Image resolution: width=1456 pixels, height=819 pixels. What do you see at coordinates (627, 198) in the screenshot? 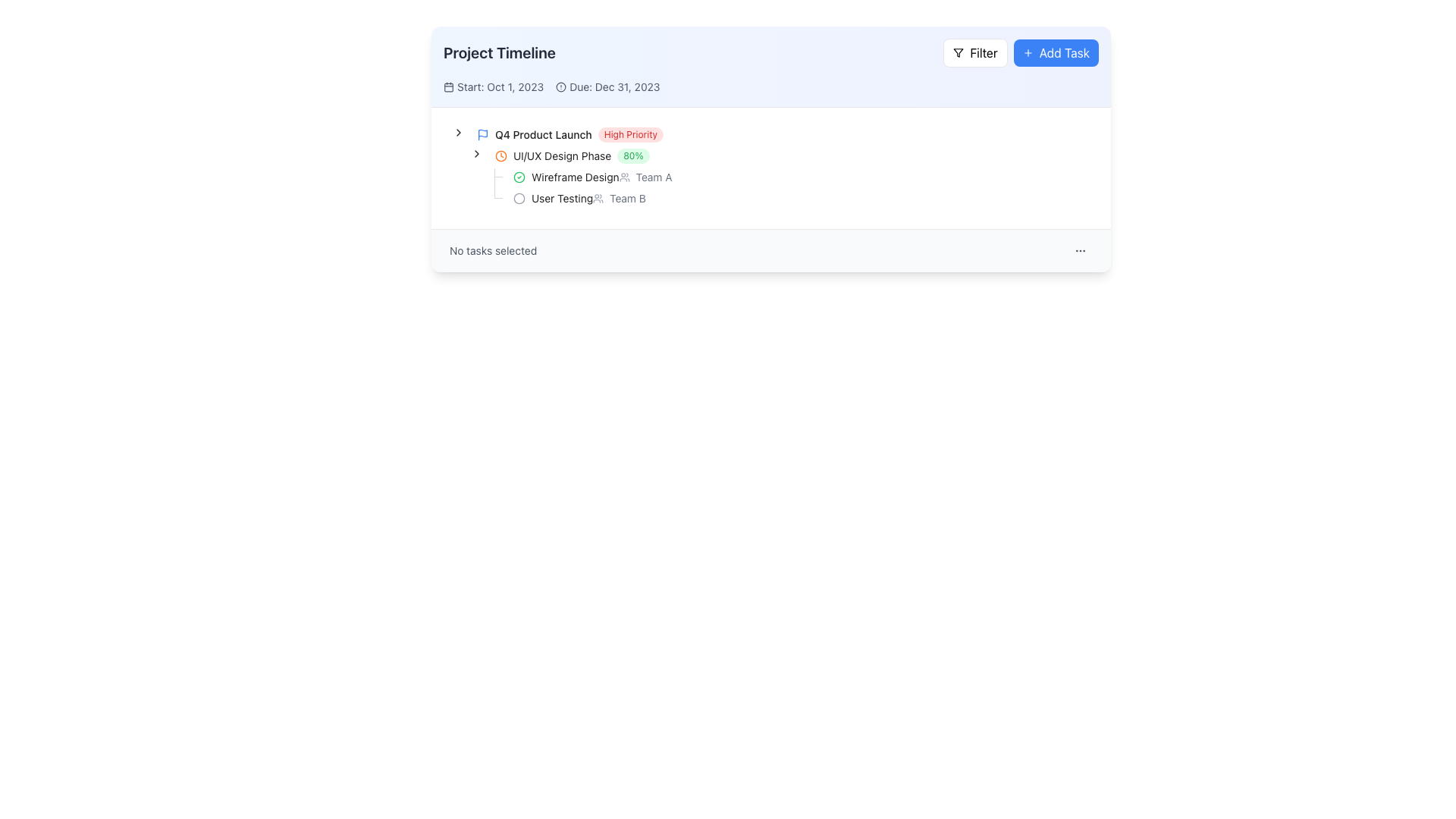
I see `the Text label indicating the team assigned to the 'User Testing' task located near the right side of the project timeline` at bounding box center [627, 198].